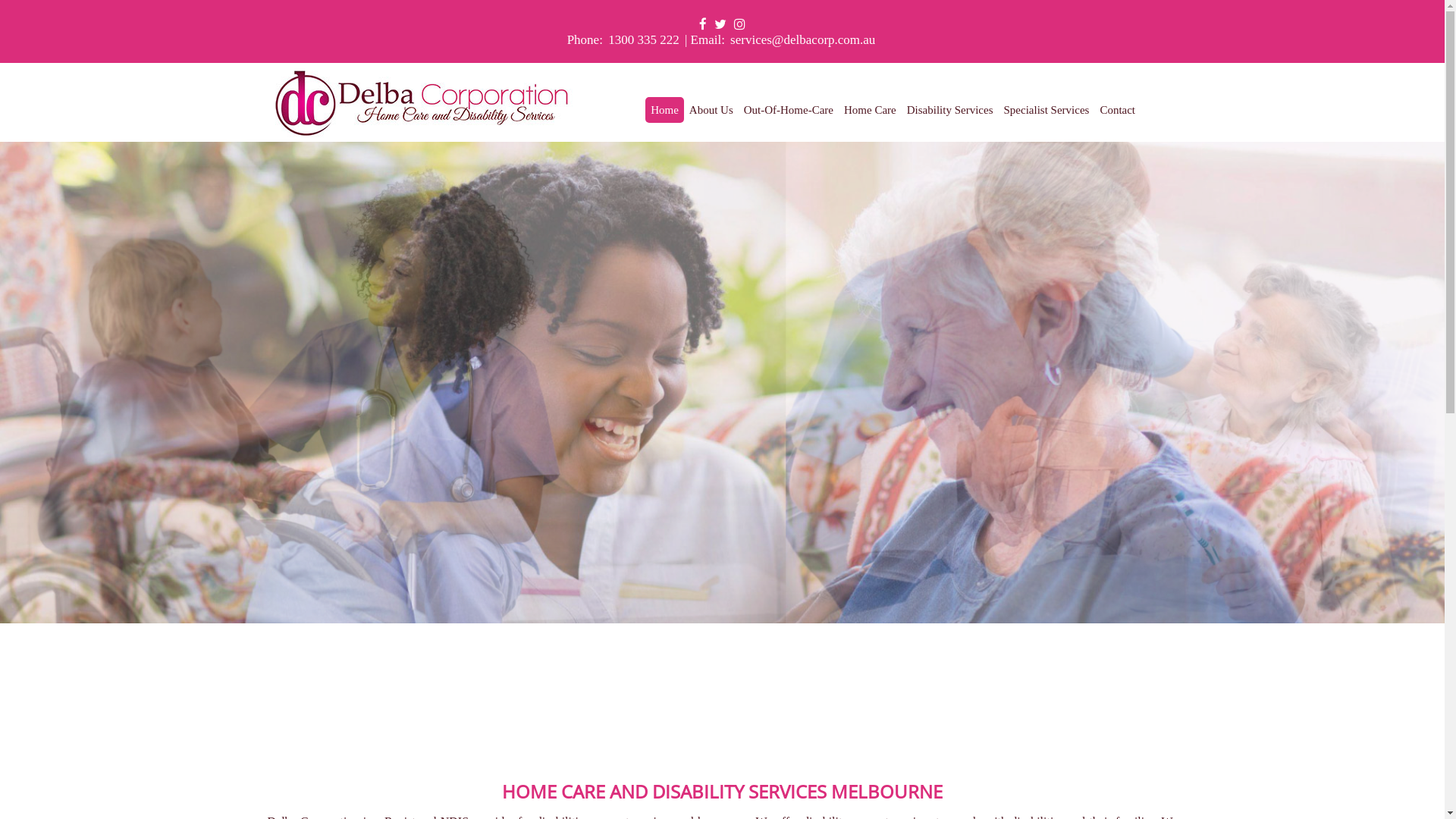 This screenshot has width=1456, height=819. What do you see at coordinates (664, 109) in the screenshot?
I see `'Home'` at bounding box center [664, 109].